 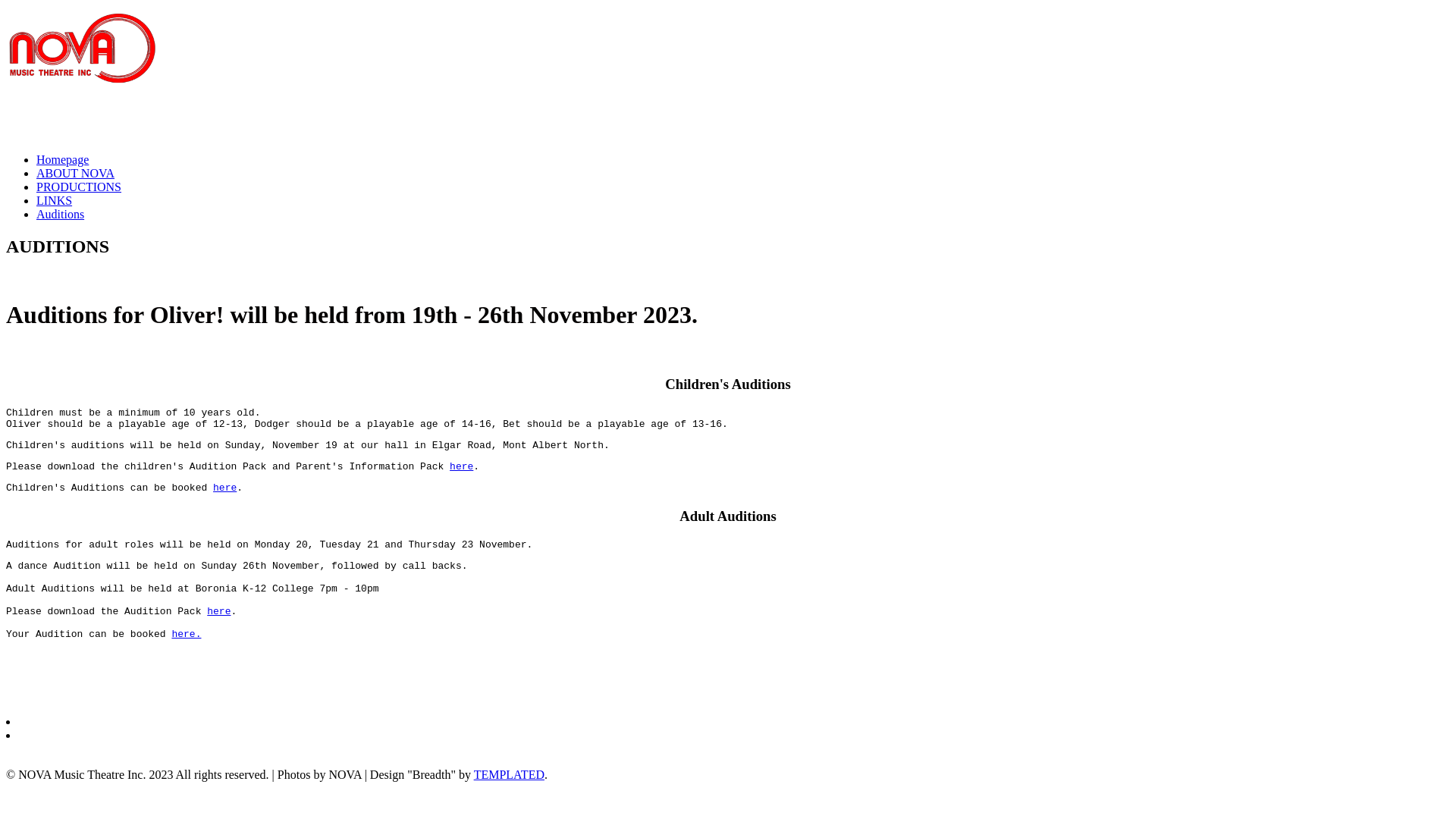 I want to click on 'PRODUCTIONS', so click(x=78, y=186).